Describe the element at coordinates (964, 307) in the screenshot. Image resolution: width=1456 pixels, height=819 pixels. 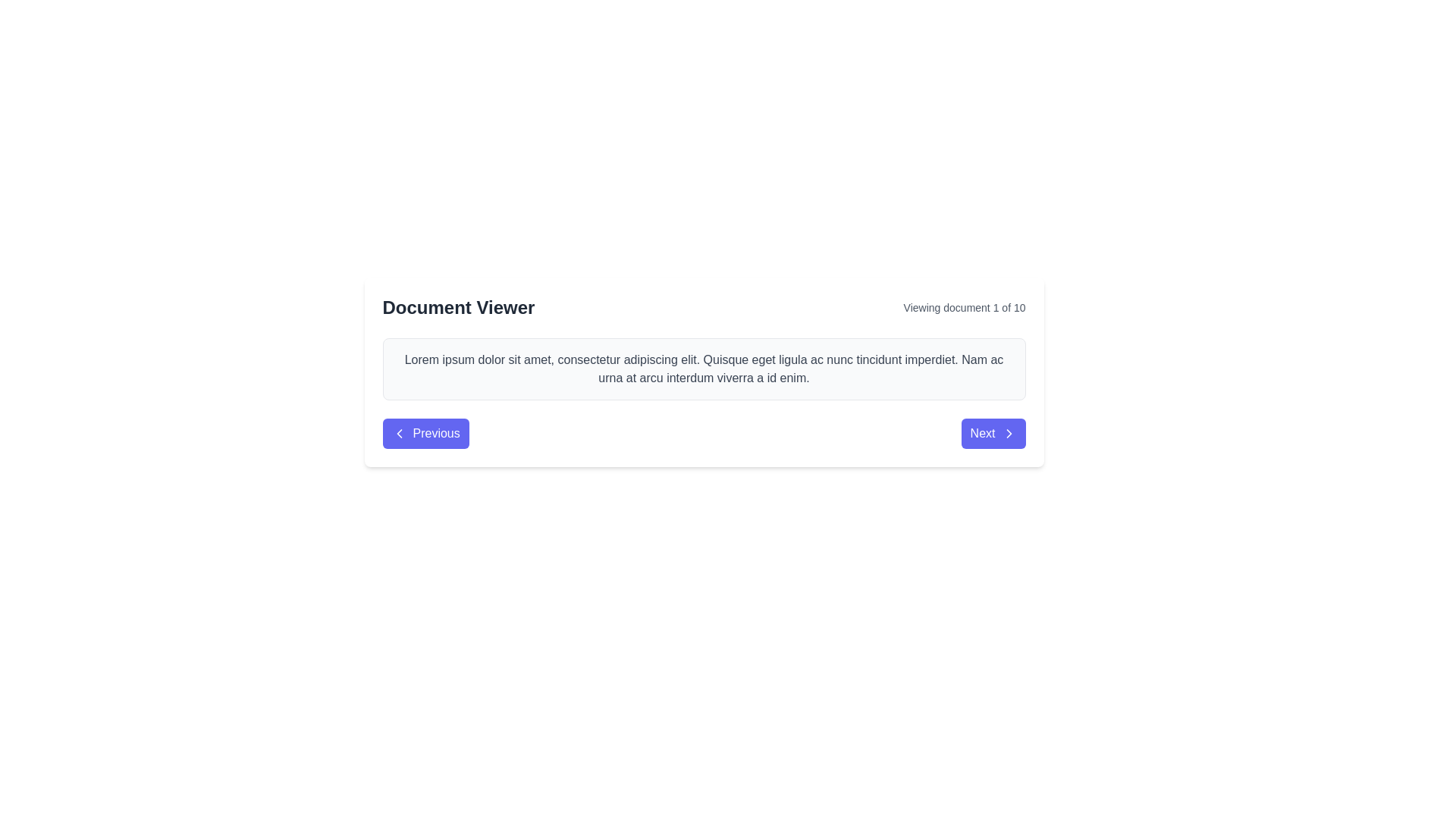
I see `the small gray text label displaying 'Viewing document 1 of 10.'` at that location.